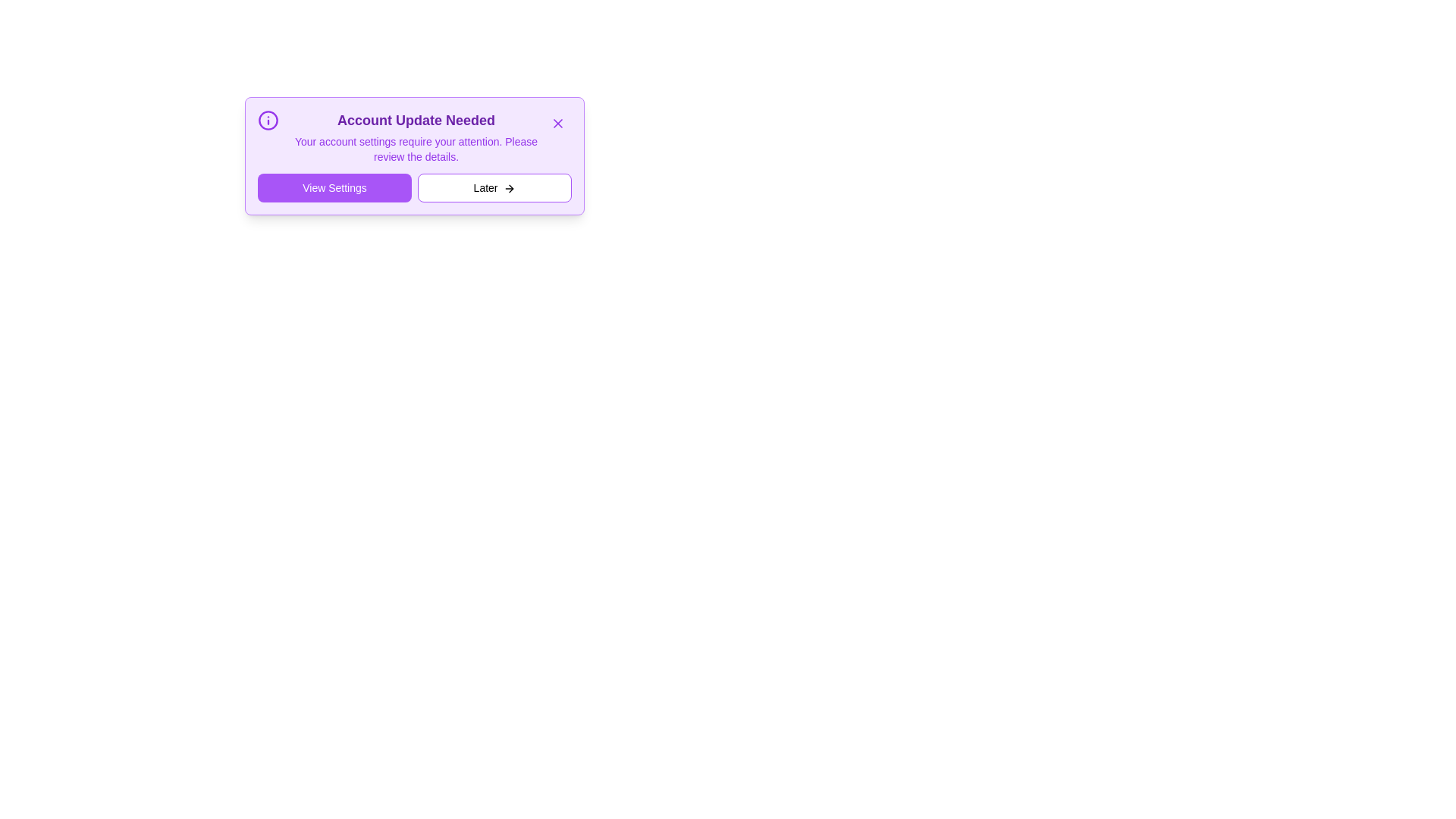 The width and height of the screenshot is (1456, 819). I want to click on close button to dismiss the alert, so click(557, 122).